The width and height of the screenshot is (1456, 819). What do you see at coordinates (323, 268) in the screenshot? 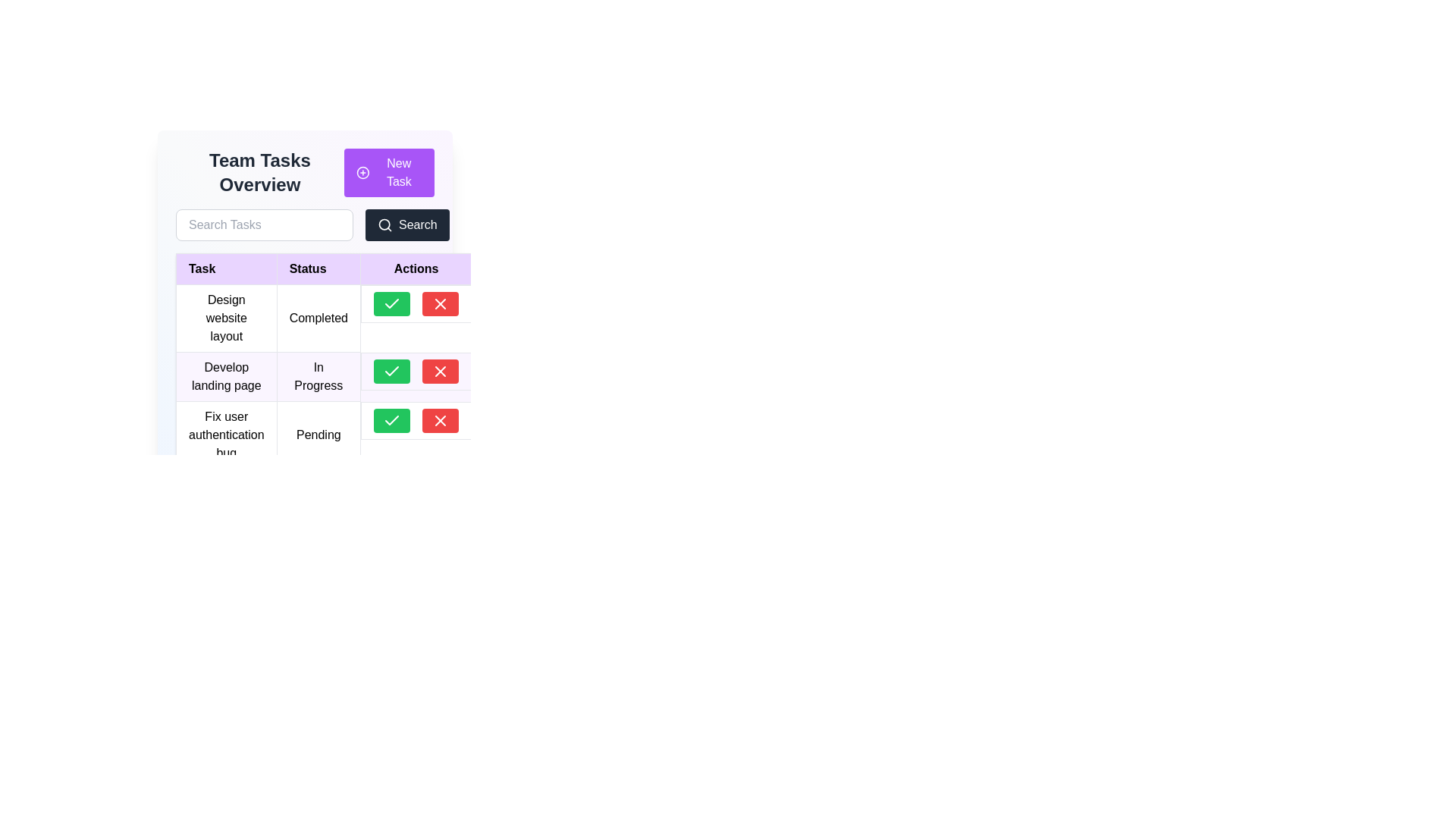
I see `the table header row with a purple background containing the labels 'Task', 'Status', and 'Actions'` at bounding box center [323, 268].